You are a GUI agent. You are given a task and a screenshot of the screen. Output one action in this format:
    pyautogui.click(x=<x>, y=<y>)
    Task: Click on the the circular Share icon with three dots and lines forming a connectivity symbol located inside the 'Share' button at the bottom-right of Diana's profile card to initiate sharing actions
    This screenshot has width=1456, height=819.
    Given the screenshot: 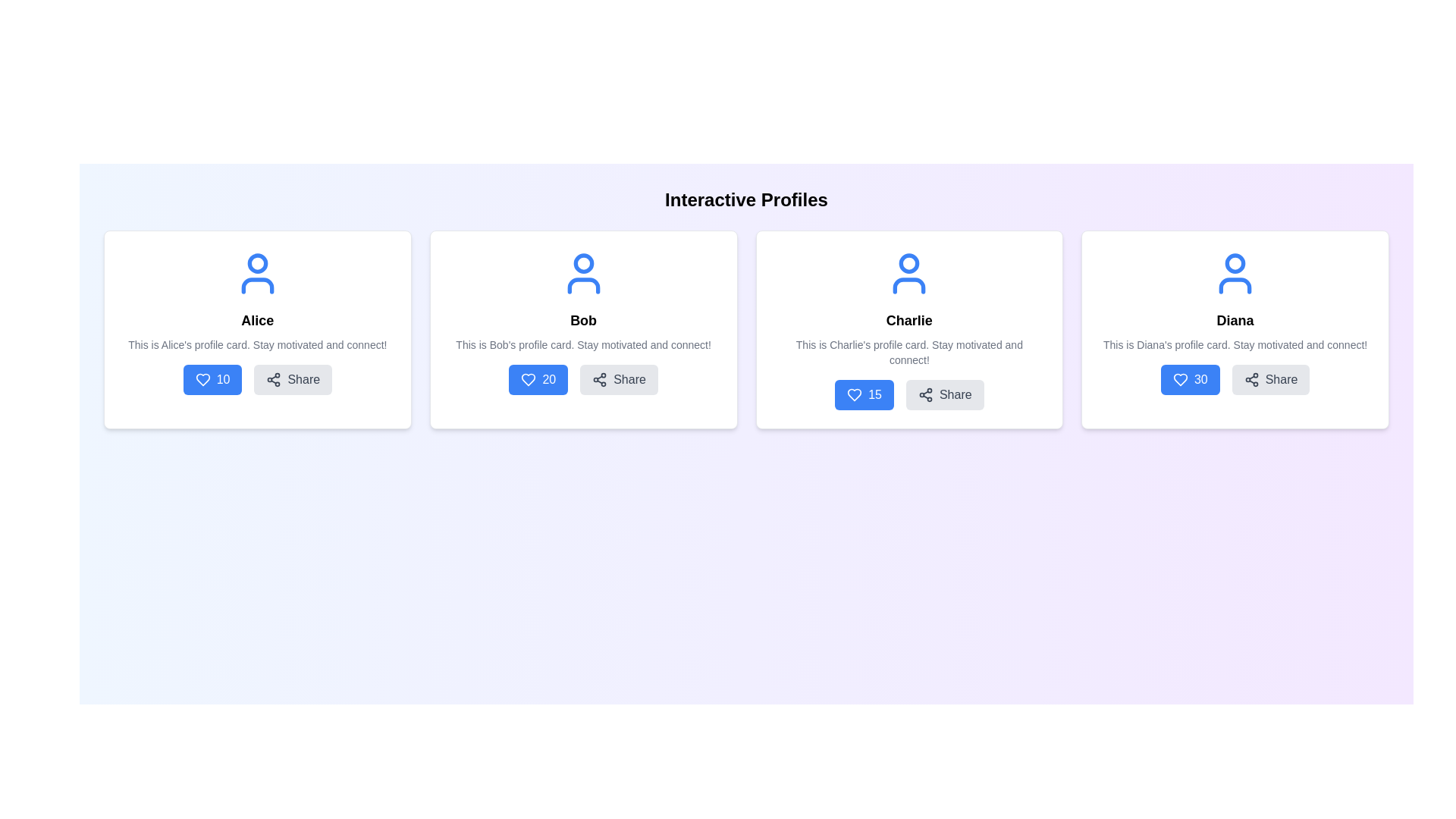 What is the action you would take?
    pyautogui.click(x=1251, y=379)
    